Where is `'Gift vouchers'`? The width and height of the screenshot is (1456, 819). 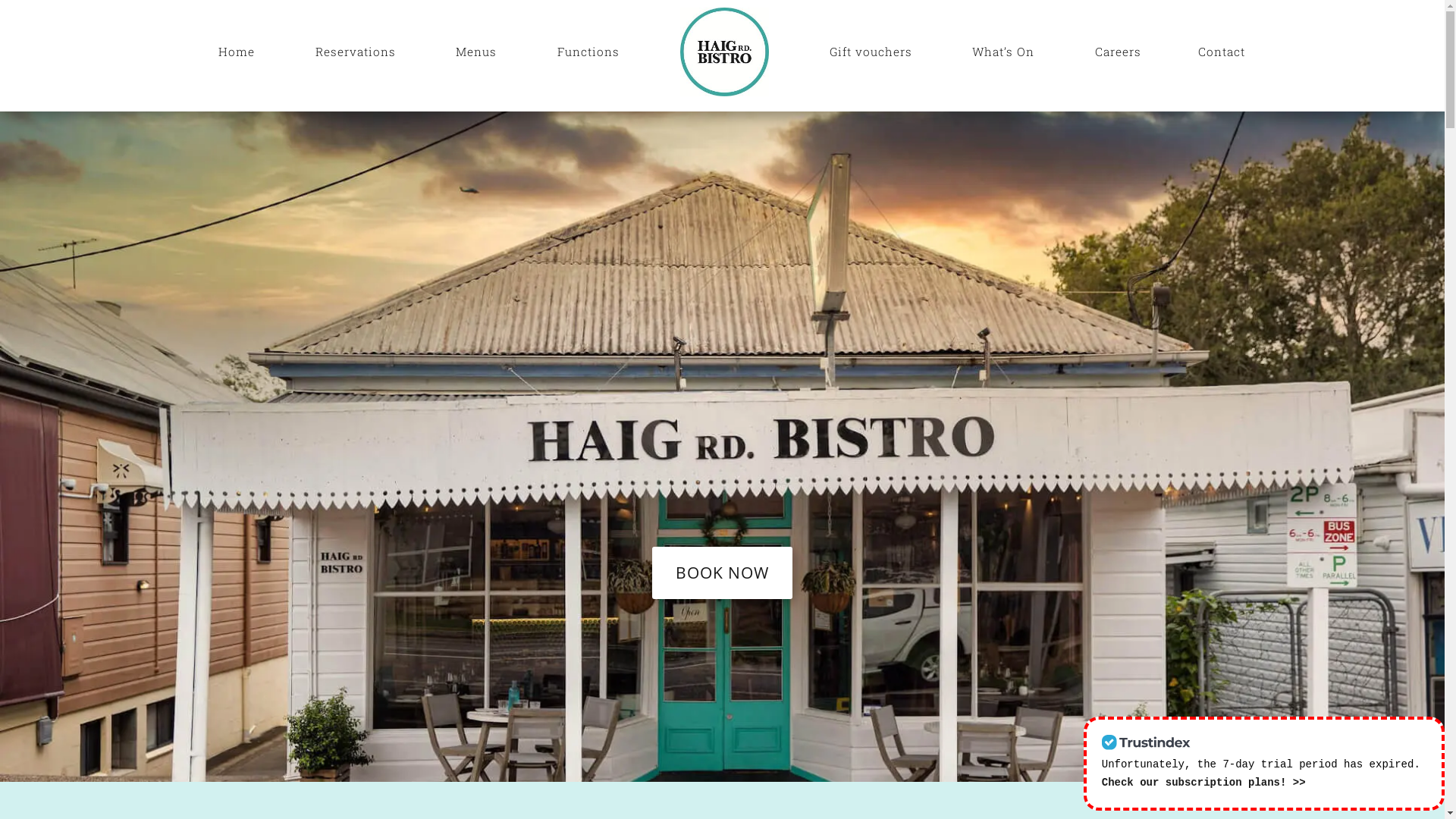 'Gift vouchers' is located at coordinates (871, 51).